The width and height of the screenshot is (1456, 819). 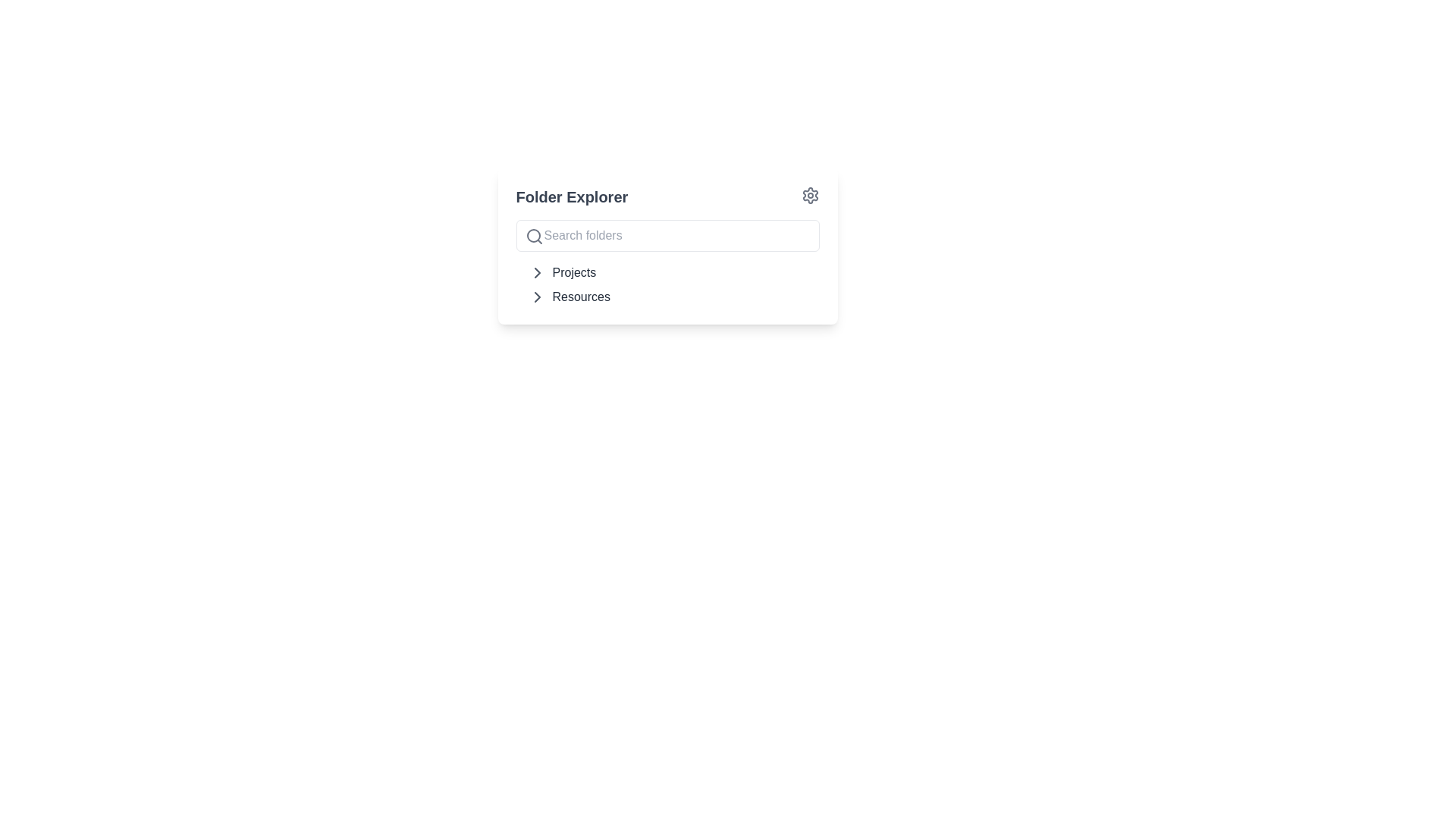 What do you see at coordinates (580, 297) in the screenshot?
I see `the 'Resources' text label, which is styled in dark gray and is located beneath the 'Projects' label in the folder navigation interface` at bounding box center [580, 297].